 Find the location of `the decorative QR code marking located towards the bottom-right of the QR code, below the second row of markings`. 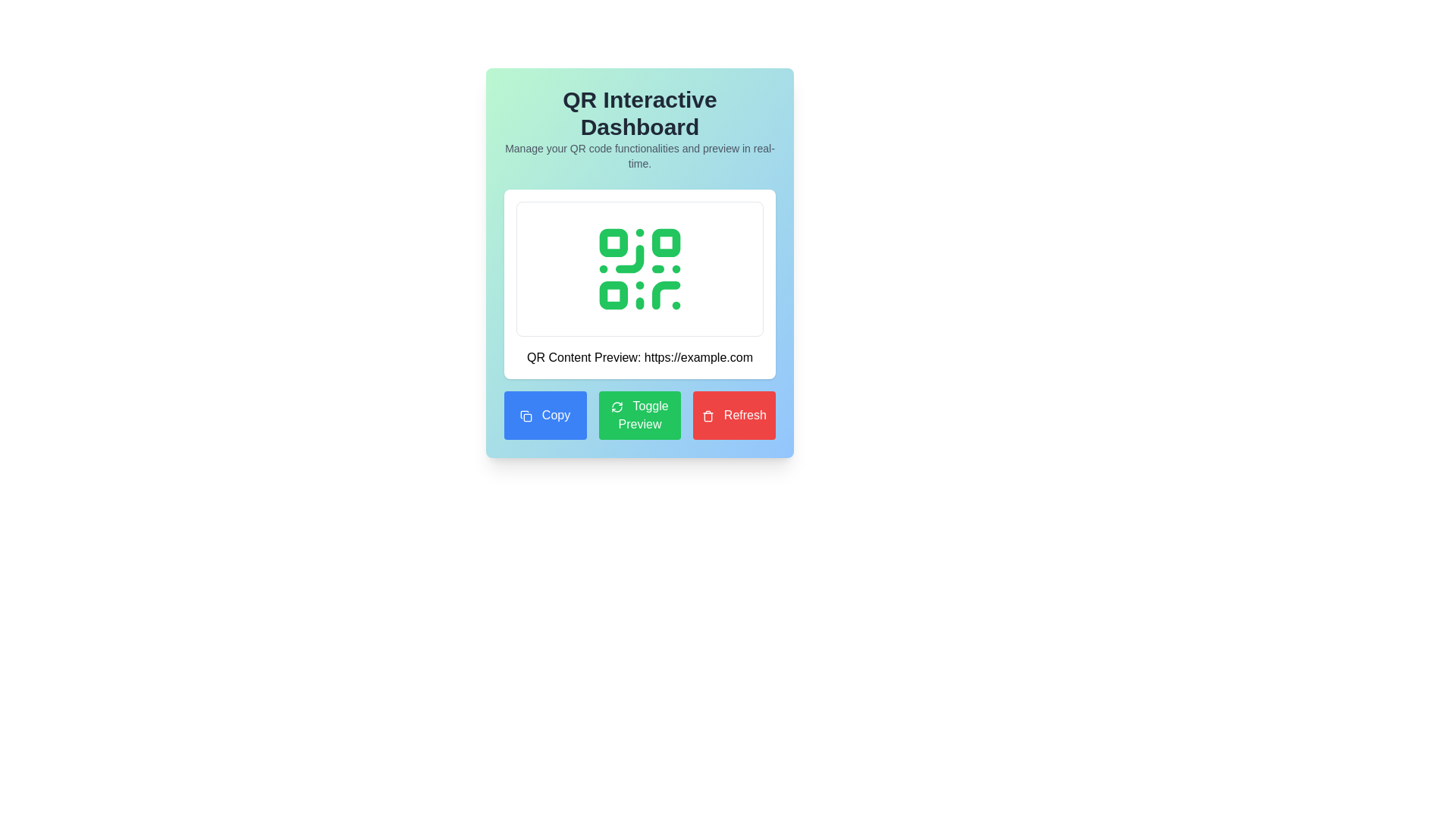

the decorative QR code marking located towards the bottom-right of the QR code, below the second row of markings is located at coordinates (666, 295).